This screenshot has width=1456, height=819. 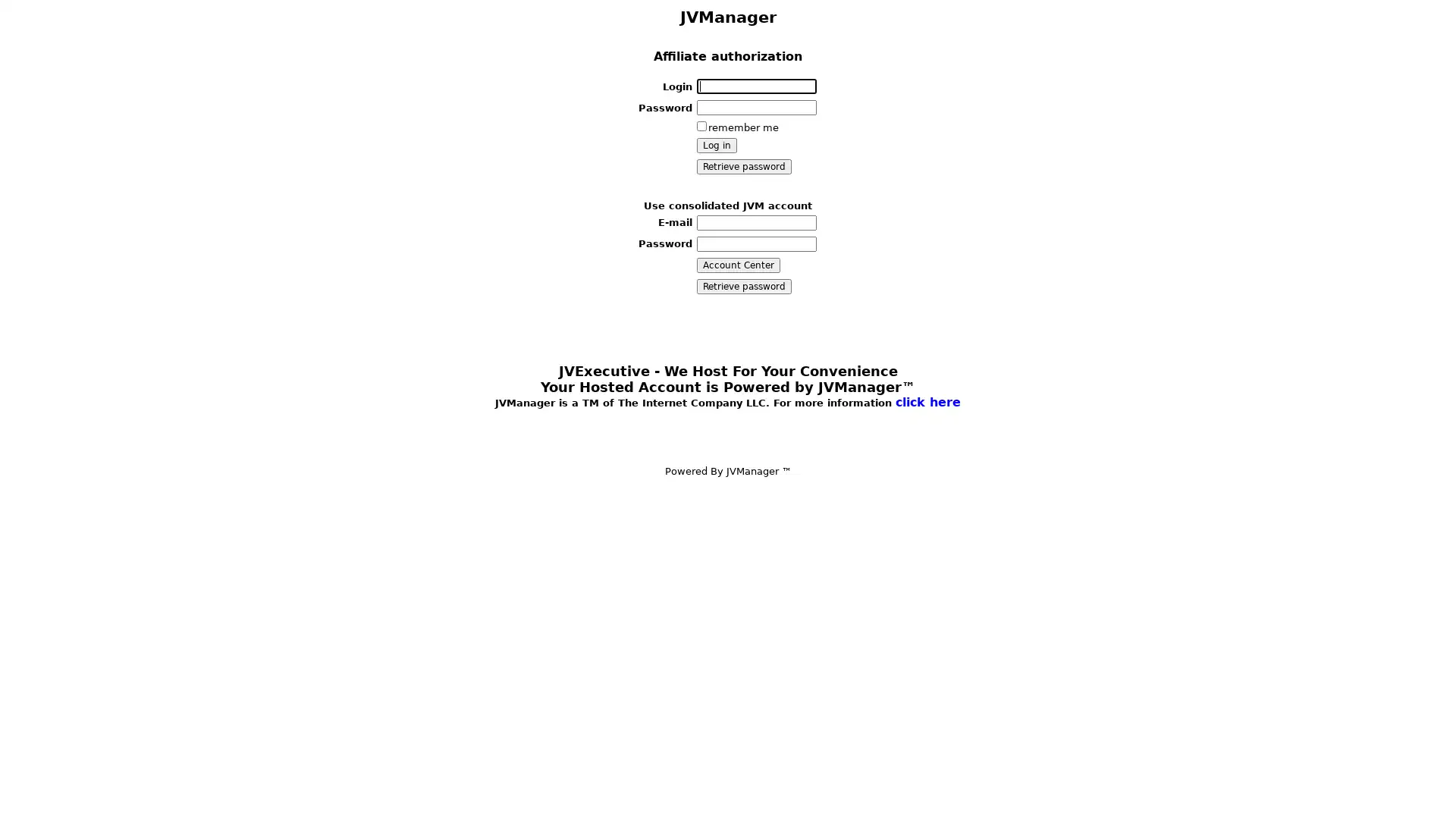 What do you see at coordinates (743, 286) in the screenshot?
I see `Retrieve password` at bounding box center [743, 286].